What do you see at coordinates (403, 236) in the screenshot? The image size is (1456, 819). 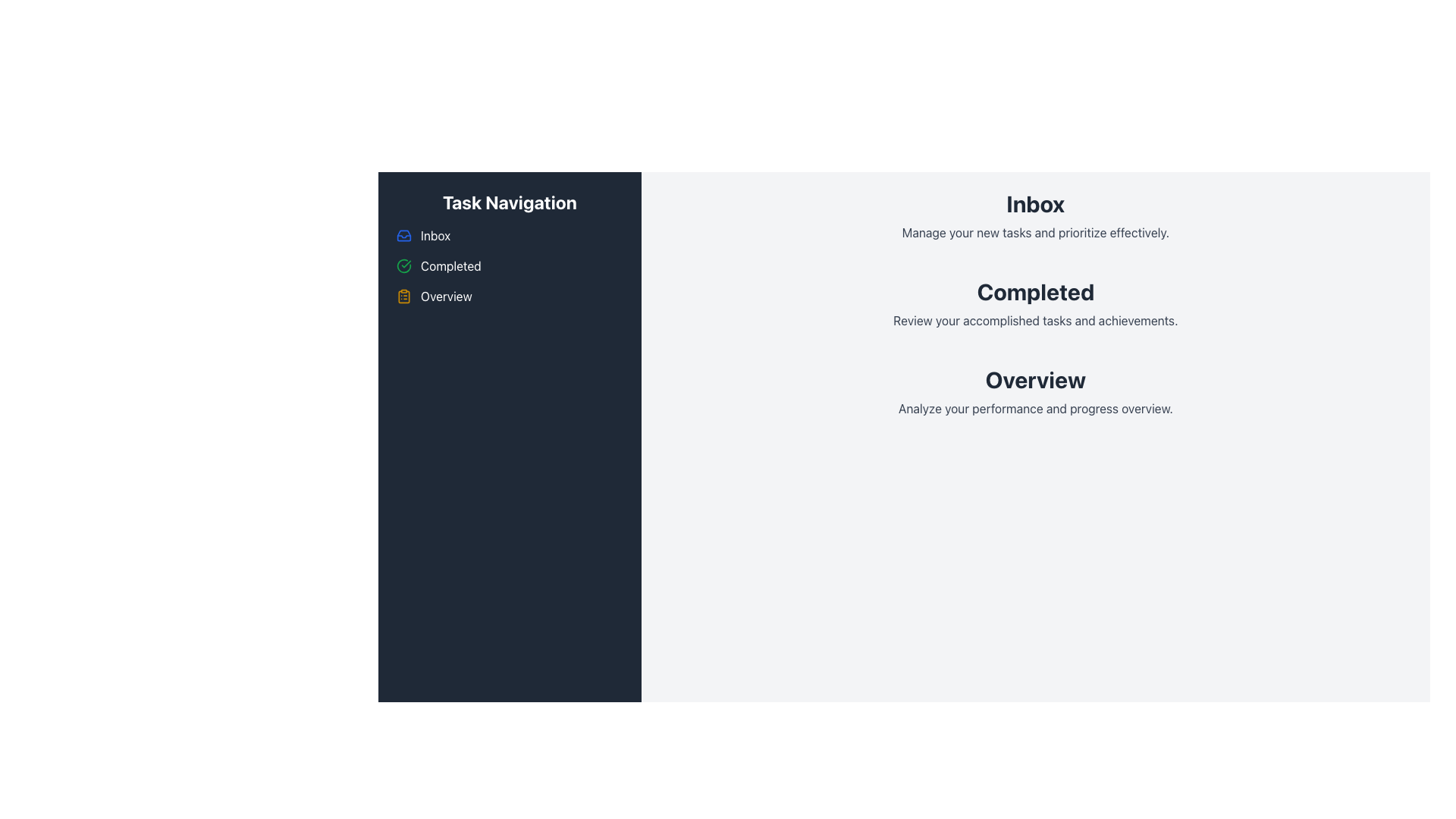 I see `the 'Inbox' icon located in the Task Navigation section, positioned immediately left of the text label 'Inbox'` at bounding box center [403, 236].